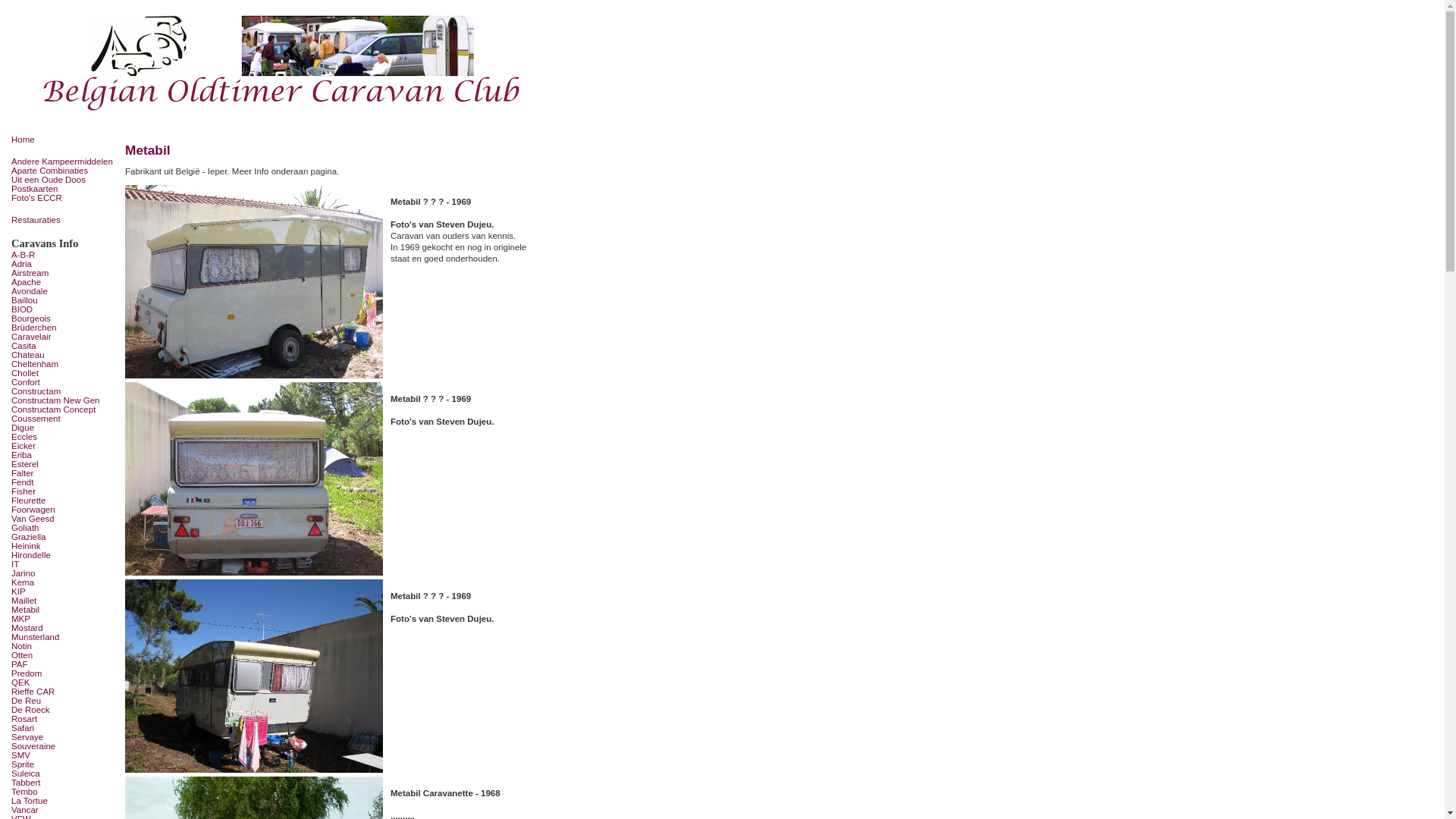  I want to click on 'Fleurette', so click(64, 500).